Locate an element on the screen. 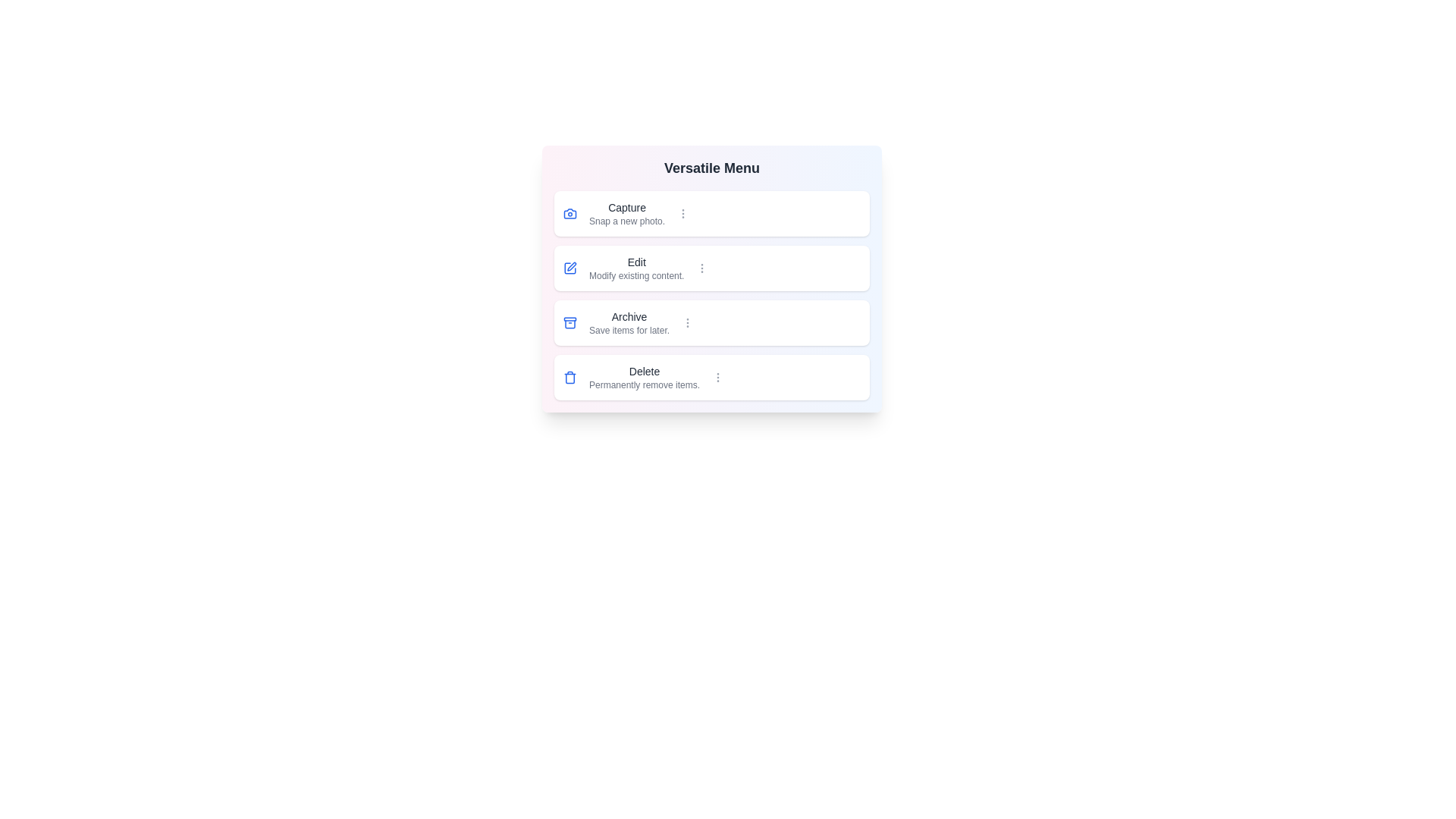 The height and width of the screenshot is (819, 1456). the menu item corresponding to Archive is located at coordinates (711, 322).